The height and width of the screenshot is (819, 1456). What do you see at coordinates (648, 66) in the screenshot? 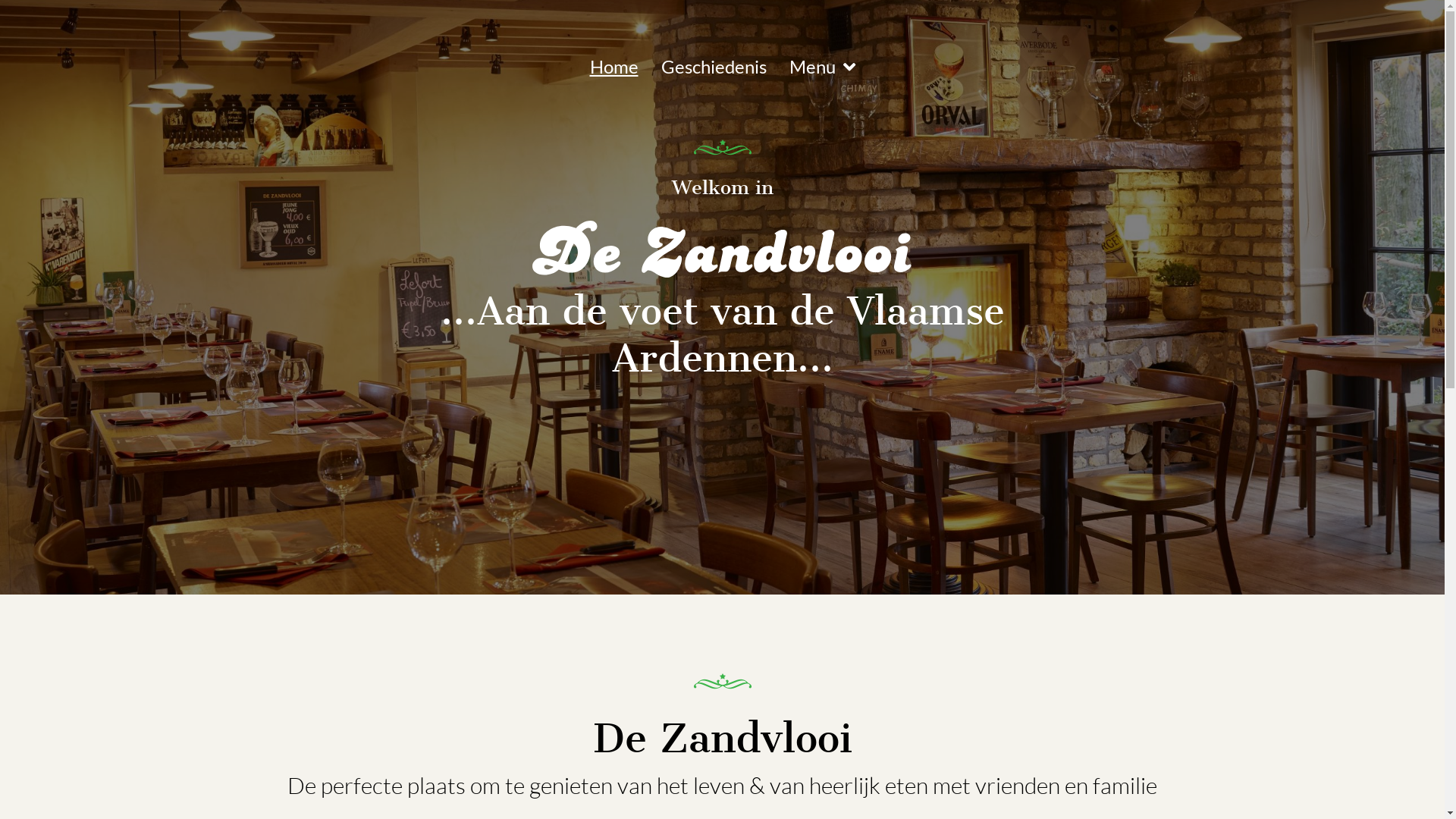
I see `'Geschiedenis'` at bounding box center [648, 66].